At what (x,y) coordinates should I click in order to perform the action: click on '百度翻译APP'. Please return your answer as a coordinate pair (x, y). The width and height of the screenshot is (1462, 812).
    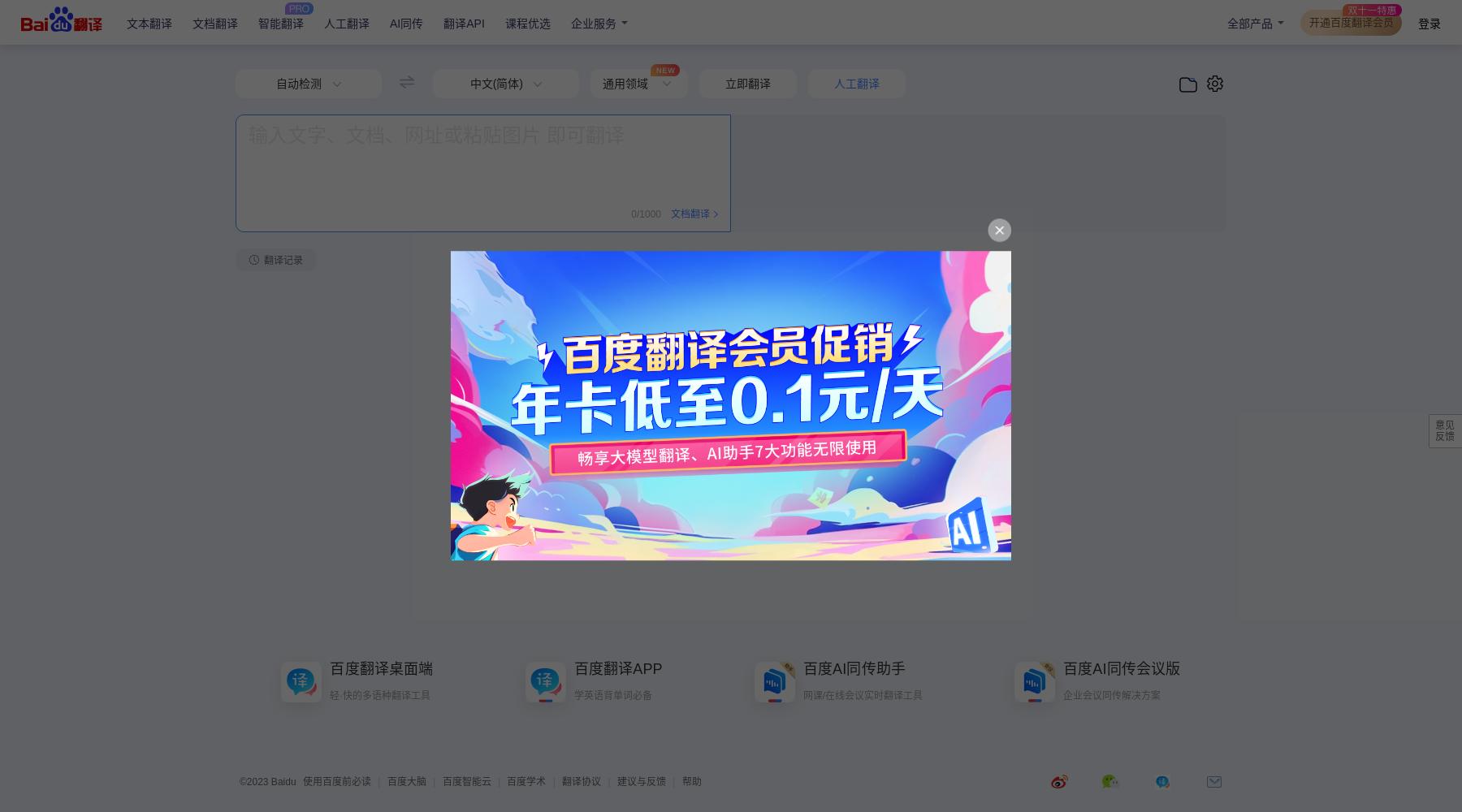
    Looking at the image, I should click on (616, 668).